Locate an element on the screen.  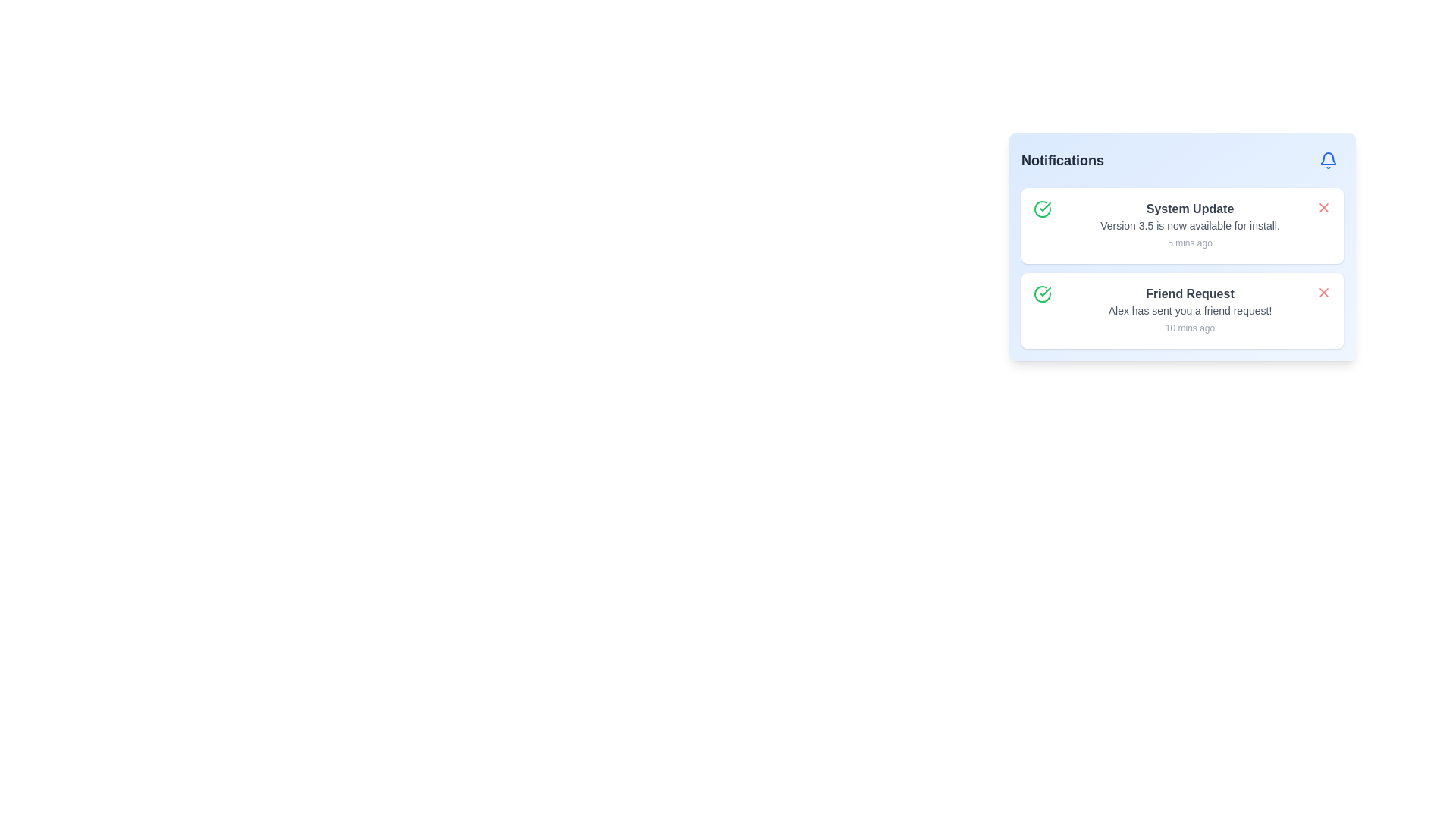
the red 'X' icon button is located at coordinates (1323, 292).